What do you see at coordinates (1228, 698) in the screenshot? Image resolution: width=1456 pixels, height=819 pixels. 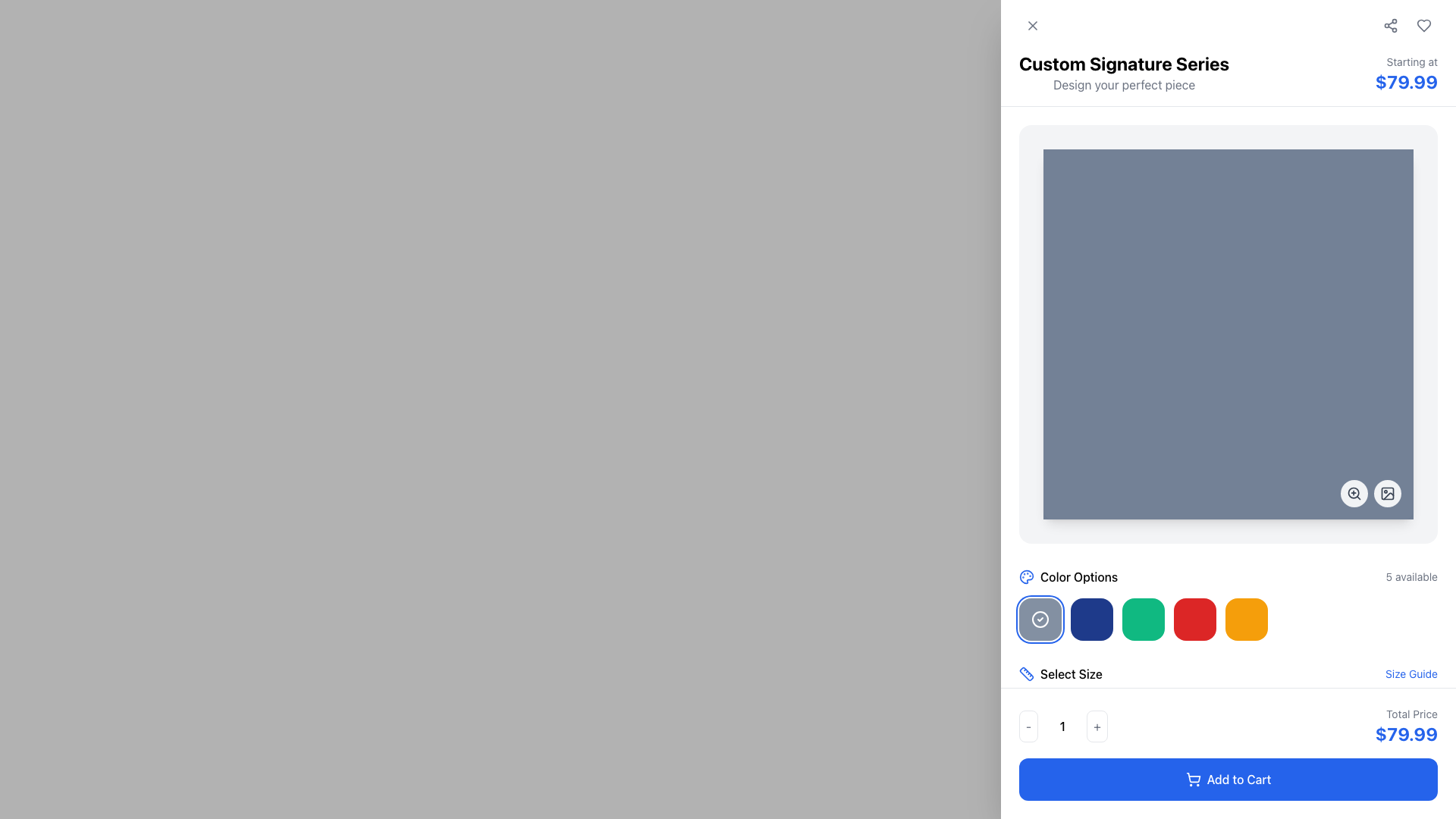 I see `the size option in the 'Select Size' section` at bounding box center [1228, 698].